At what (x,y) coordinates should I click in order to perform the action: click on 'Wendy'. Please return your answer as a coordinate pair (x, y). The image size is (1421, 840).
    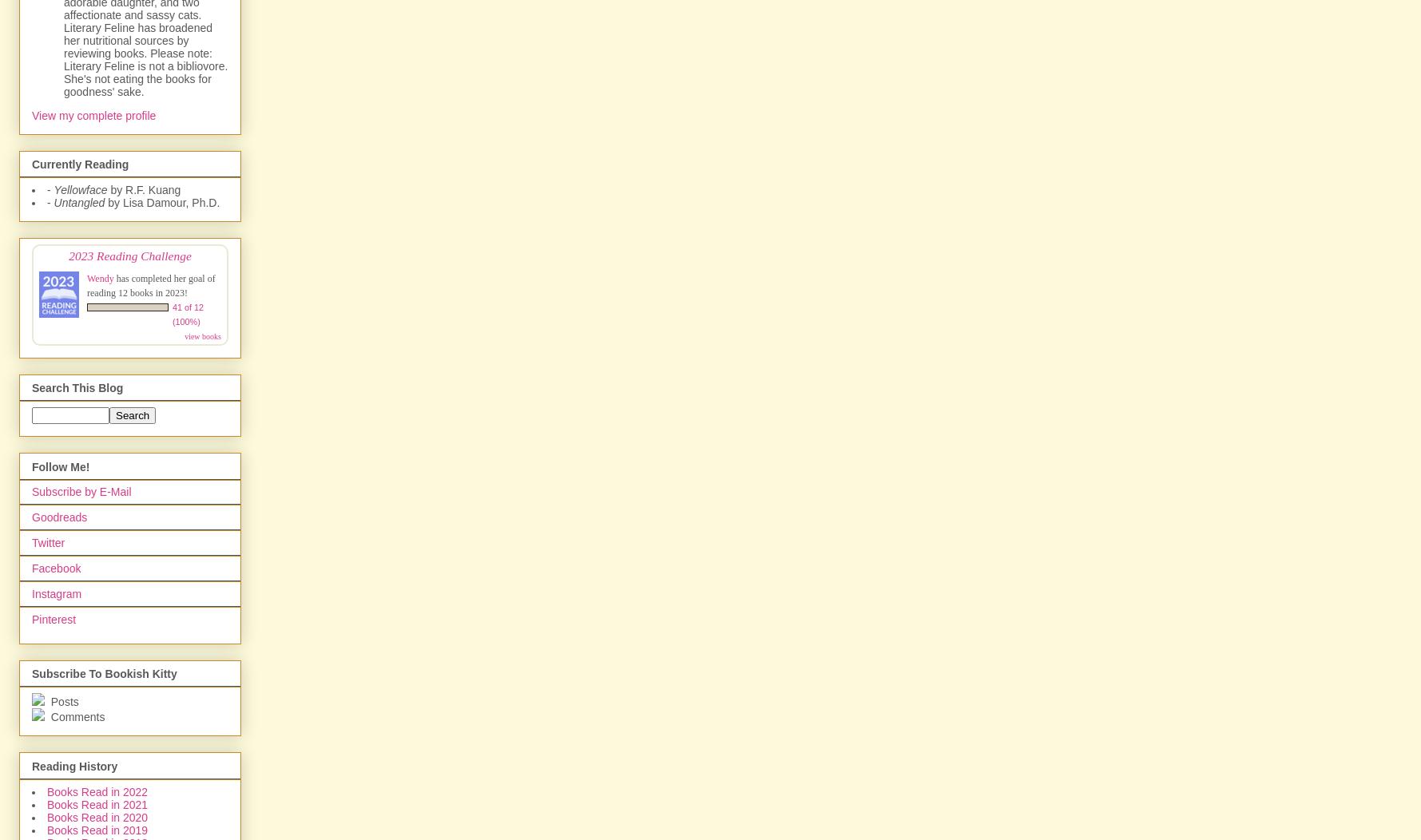
    Looking at the image, I should click on (99, 277).